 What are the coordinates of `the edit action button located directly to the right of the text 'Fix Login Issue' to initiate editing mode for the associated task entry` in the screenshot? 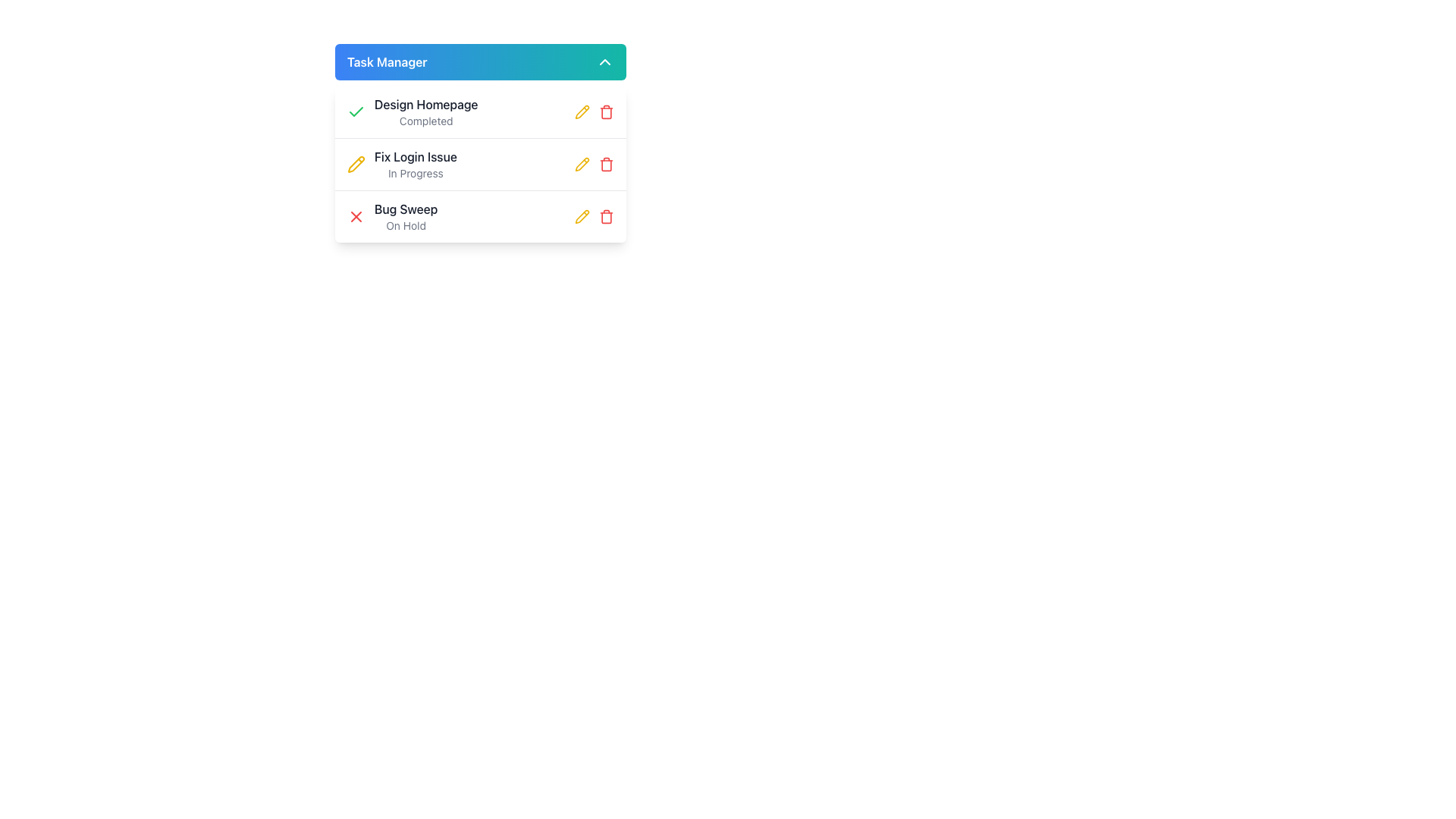 It's located at (356, 164).